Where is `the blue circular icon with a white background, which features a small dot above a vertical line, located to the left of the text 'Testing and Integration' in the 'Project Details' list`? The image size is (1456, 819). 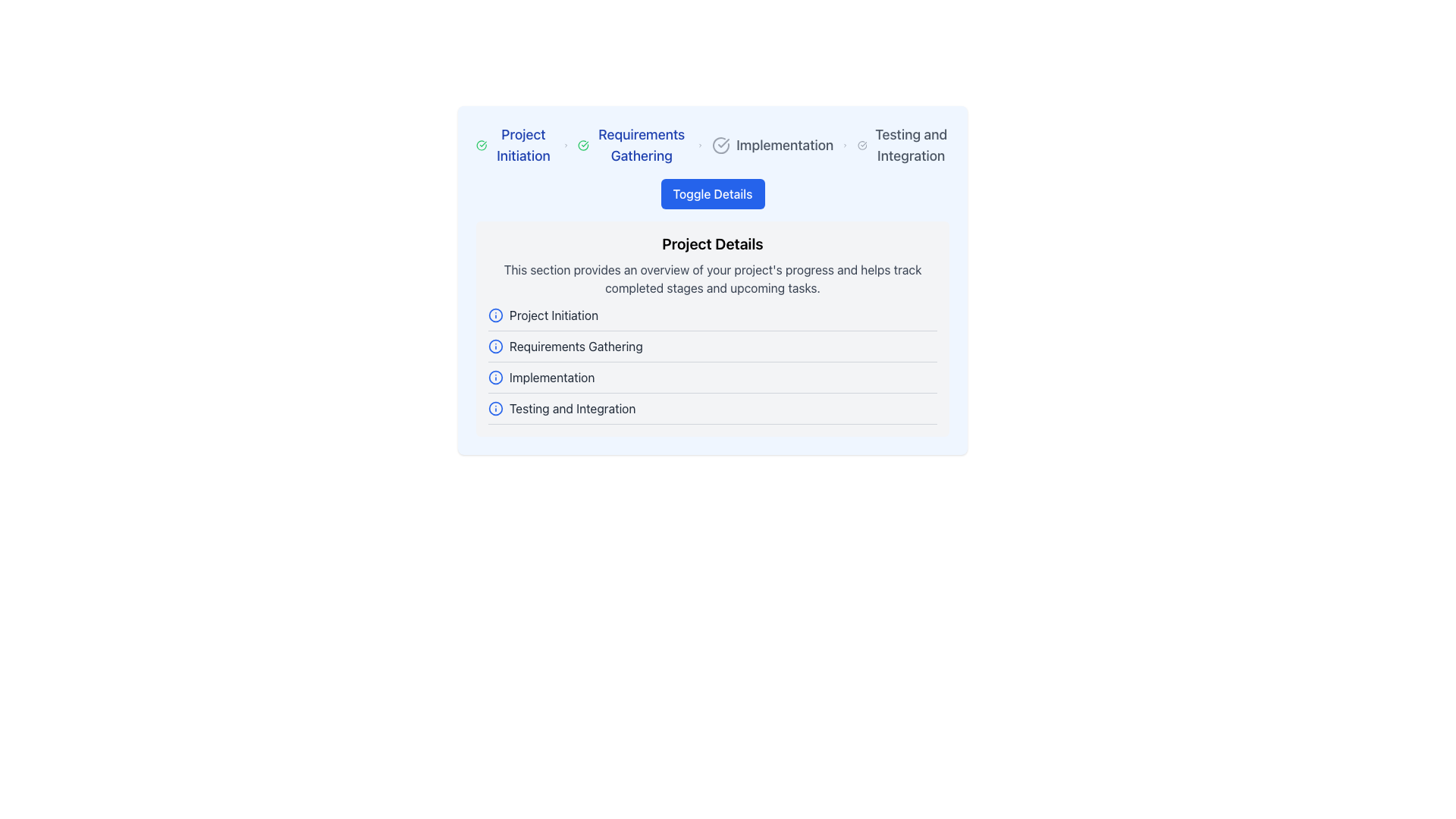
the blue circular icon with a white background, which features a small dot above a vertical line, located to the left of the text 'Testing and Integration' in the 'Project Details' list is located at coordinates (495, 408).